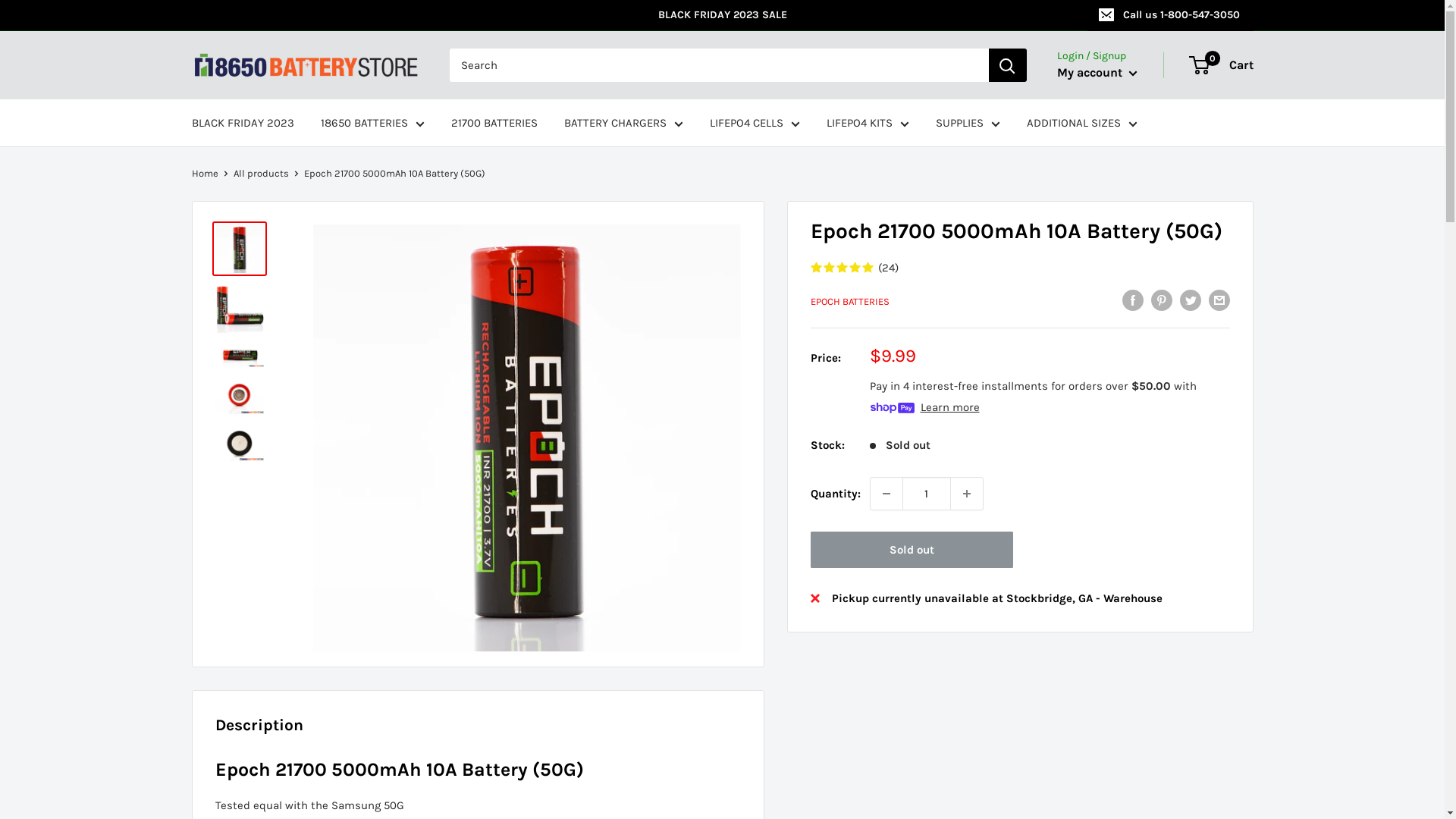  Describe the element at coordinates (809, 550) in the screenshot. I see `'Sold out'` at that location.